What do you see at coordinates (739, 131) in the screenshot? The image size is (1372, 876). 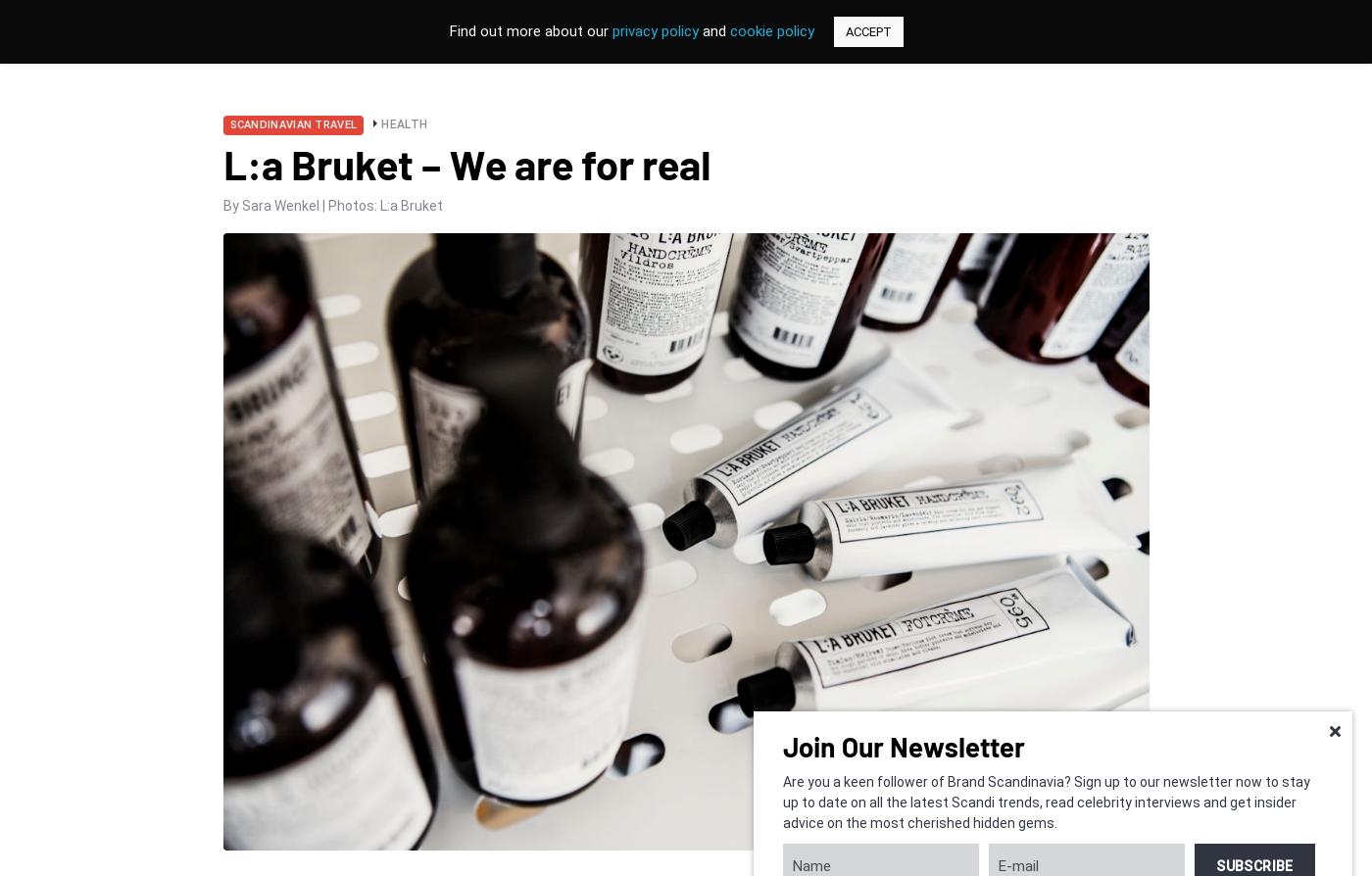 I see `'Museums'` at bounding box center [739, 131].